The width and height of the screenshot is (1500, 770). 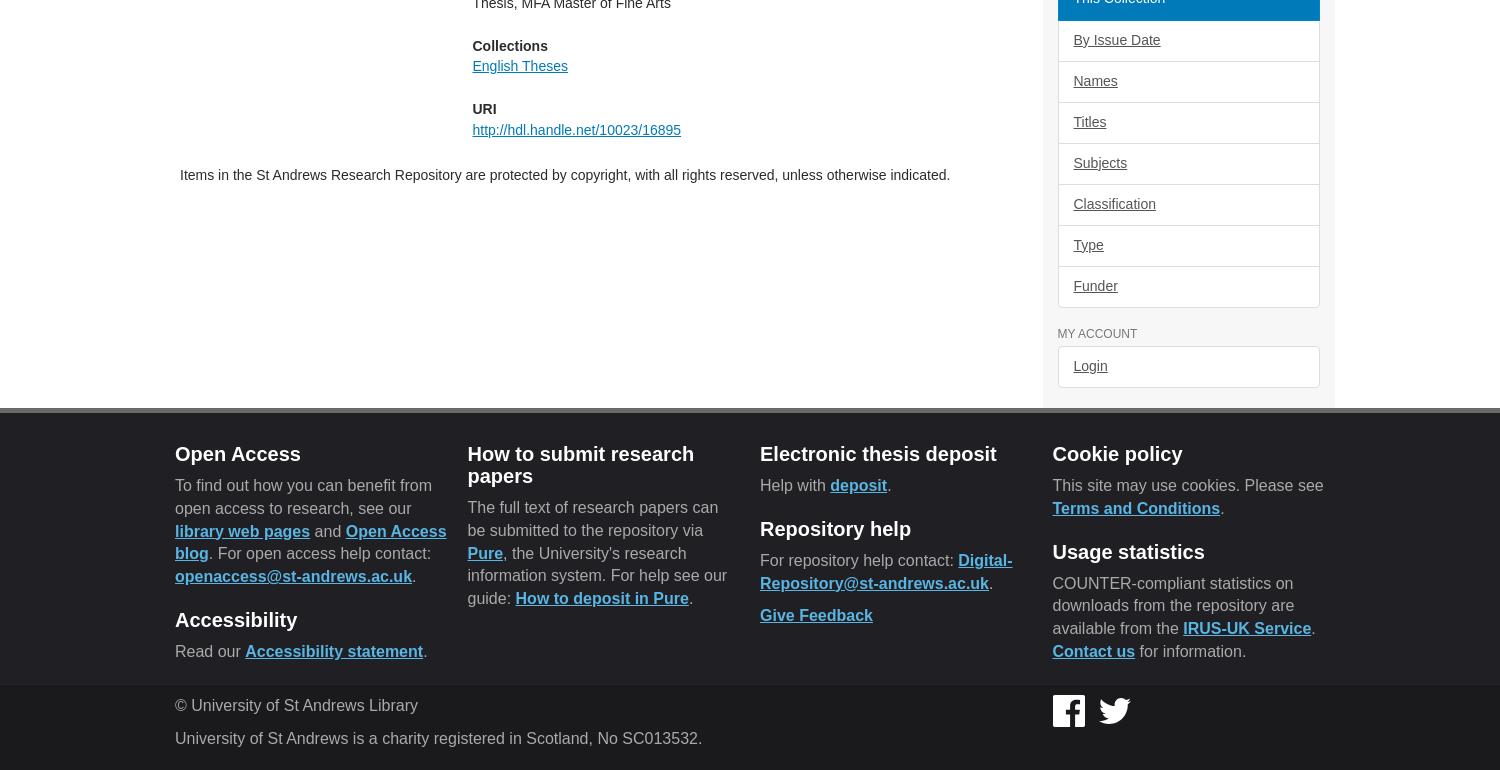 What do you see at coordinates (1094, 284) in the screenshot?
I see `'Funder'` at bounding box center [1094, 284].